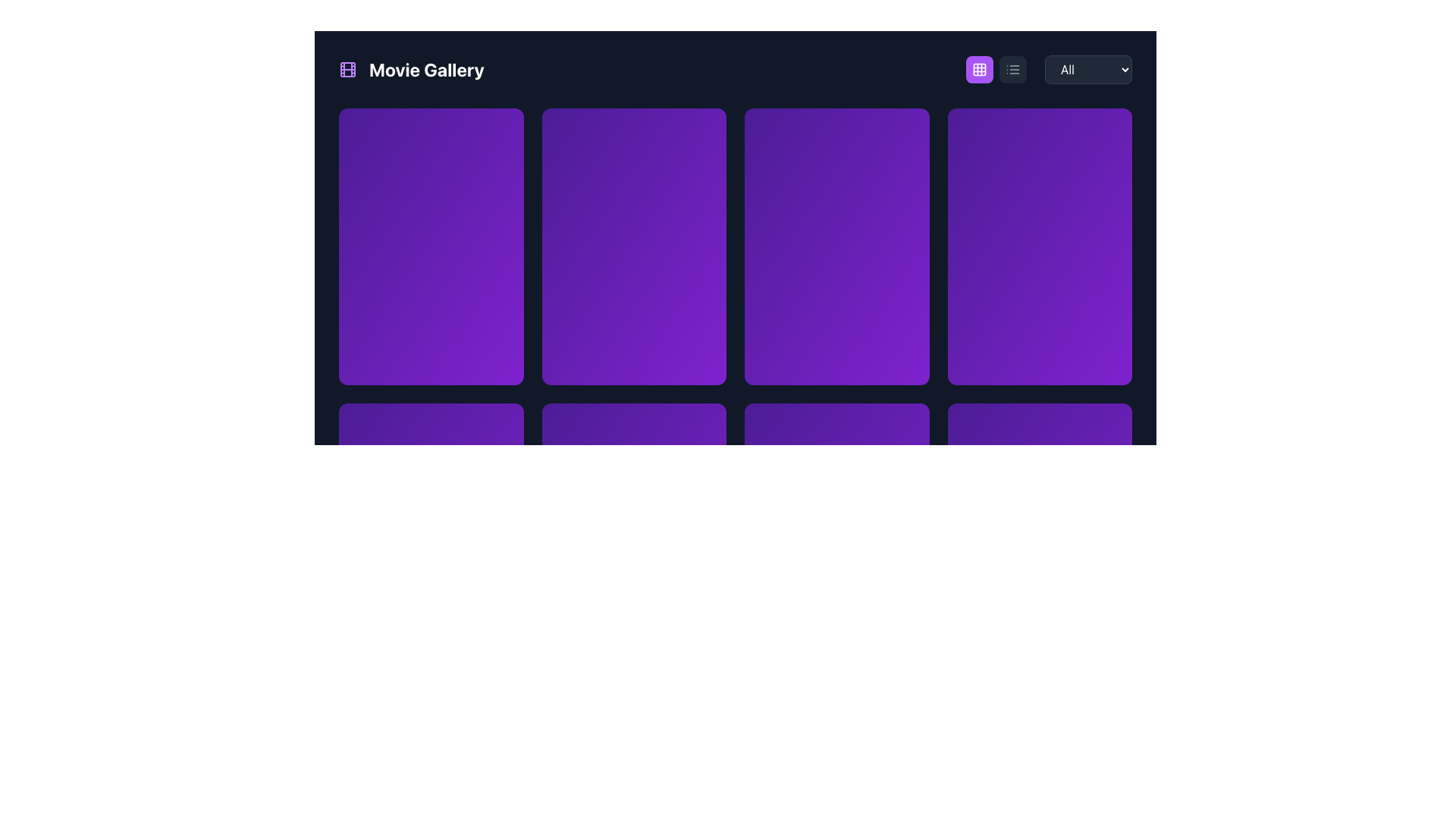 The width and height of the screenshot is (1456, 819). What do you see at coordinates (347, 70) in the screenshot?
I see `the SVG icon representing the movie gallery, which is located at the top-left corner of the interface before the 'Movie Gallery' text` at bounding box center [347, 70].